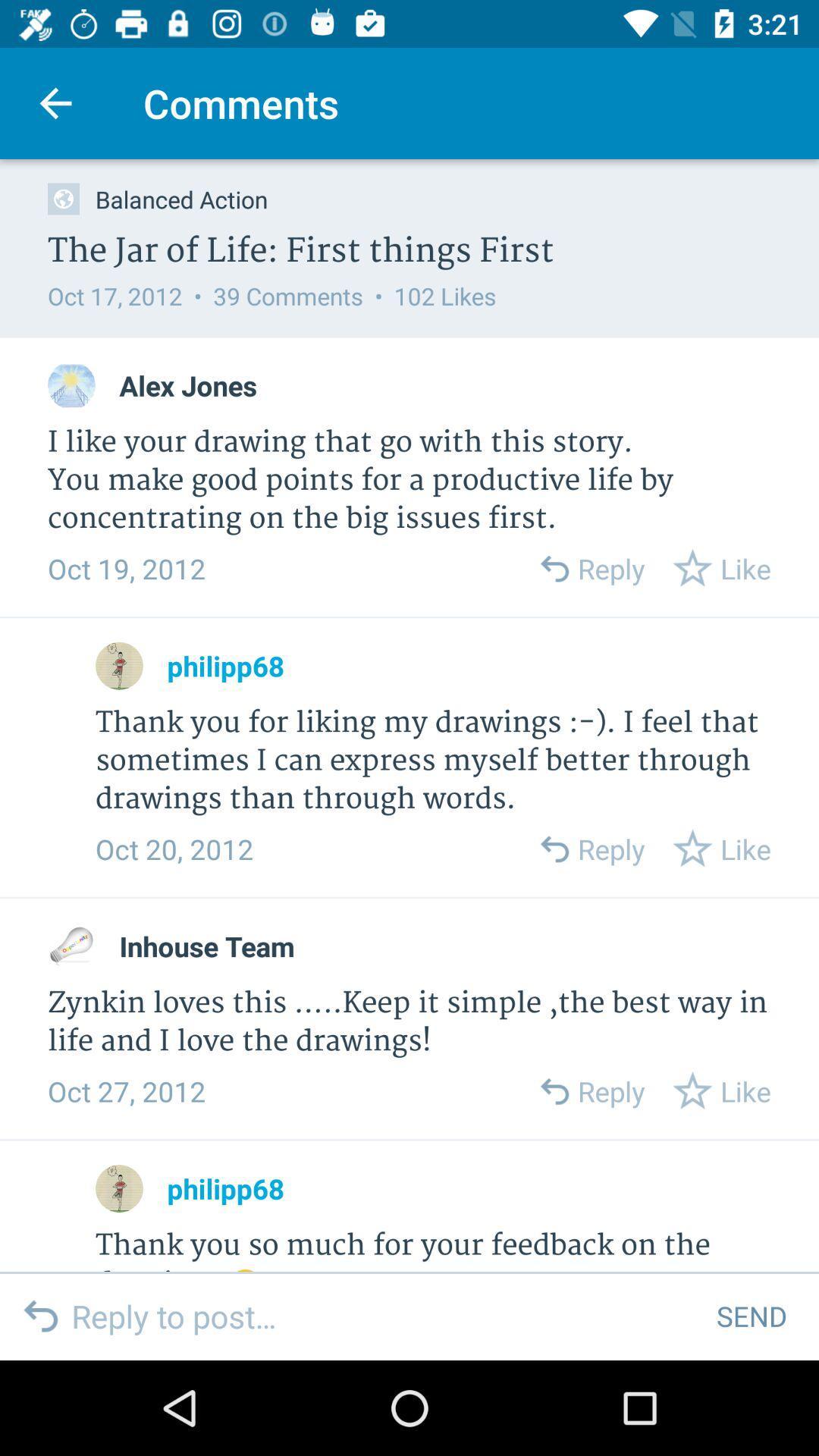 Image resolution: width=819 pixels, height=1456 pixels. Describe the element at coordinates (118, 666) in the screenshot. I see `philipp68 's profile` at that location.